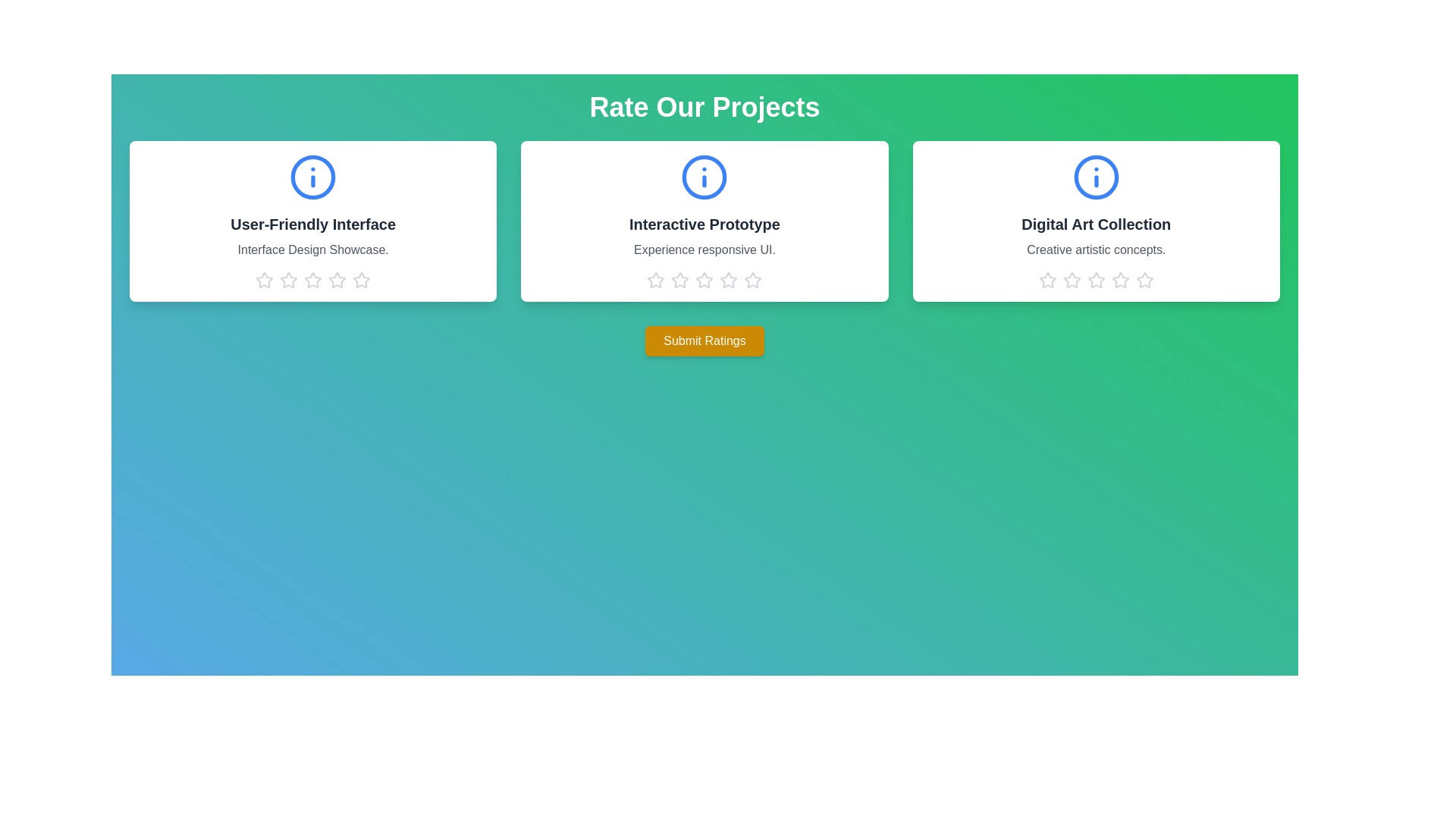 The width and height of the screenshot is (1456, 819). What do you see at coordinates (704, 341) in the screenshot?
I see `the 'Submit Ratings' button to submit the ratings` at bounding box center [704, 341].